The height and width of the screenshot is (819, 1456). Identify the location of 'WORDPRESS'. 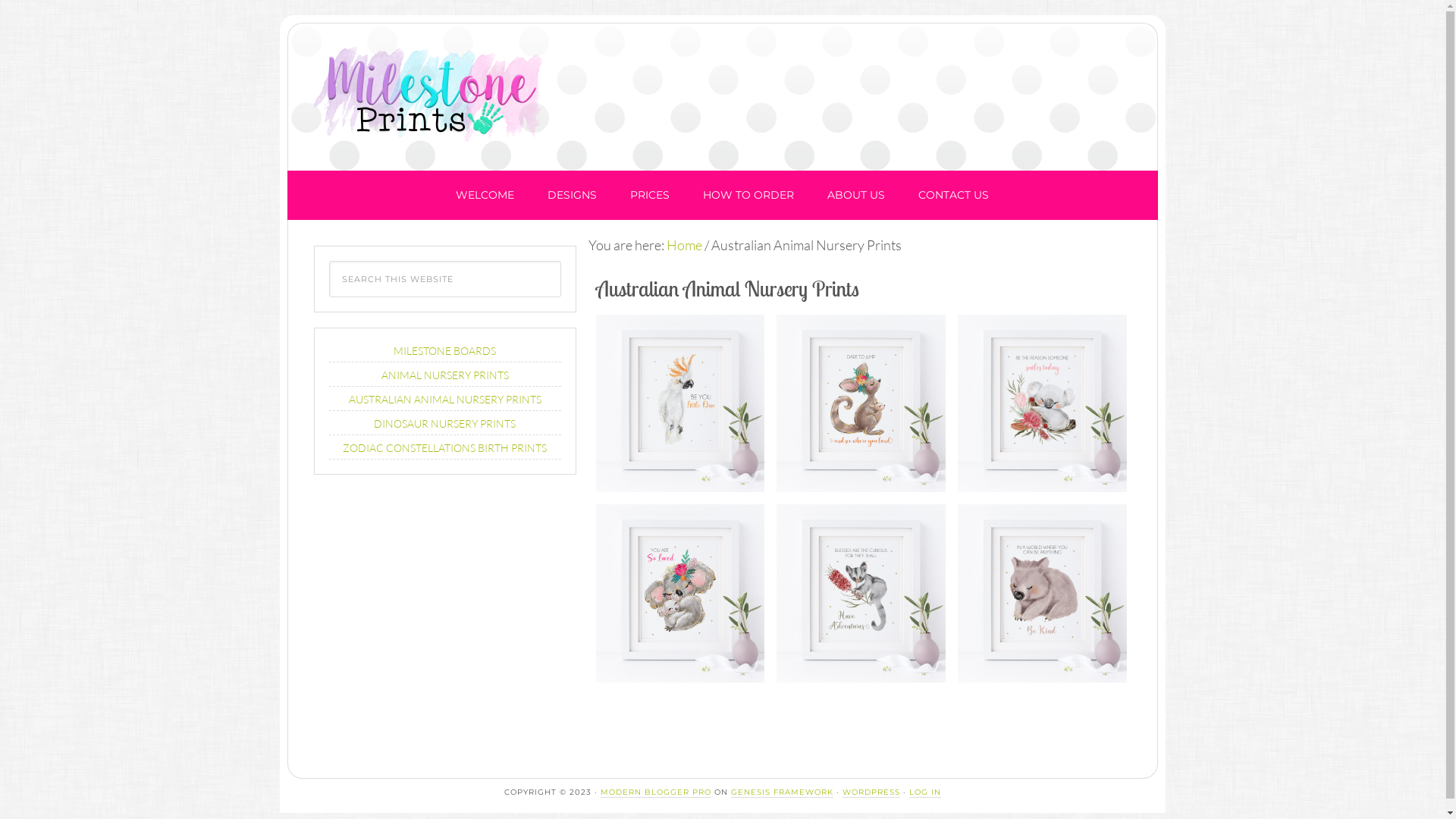
(870, 792).